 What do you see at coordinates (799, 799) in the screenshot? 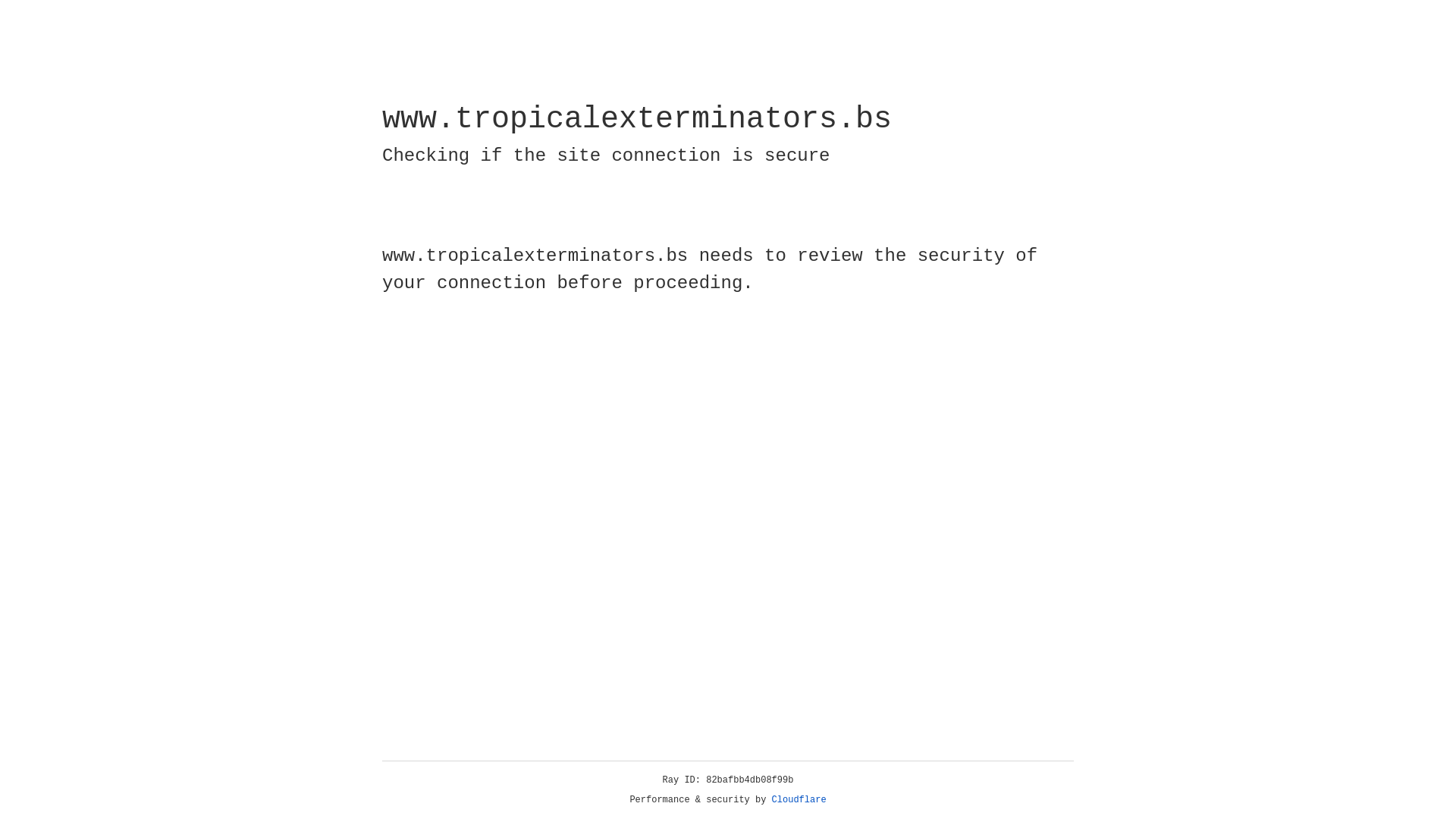
I see `'Cloudflare'` at bounding box center [799, 799].